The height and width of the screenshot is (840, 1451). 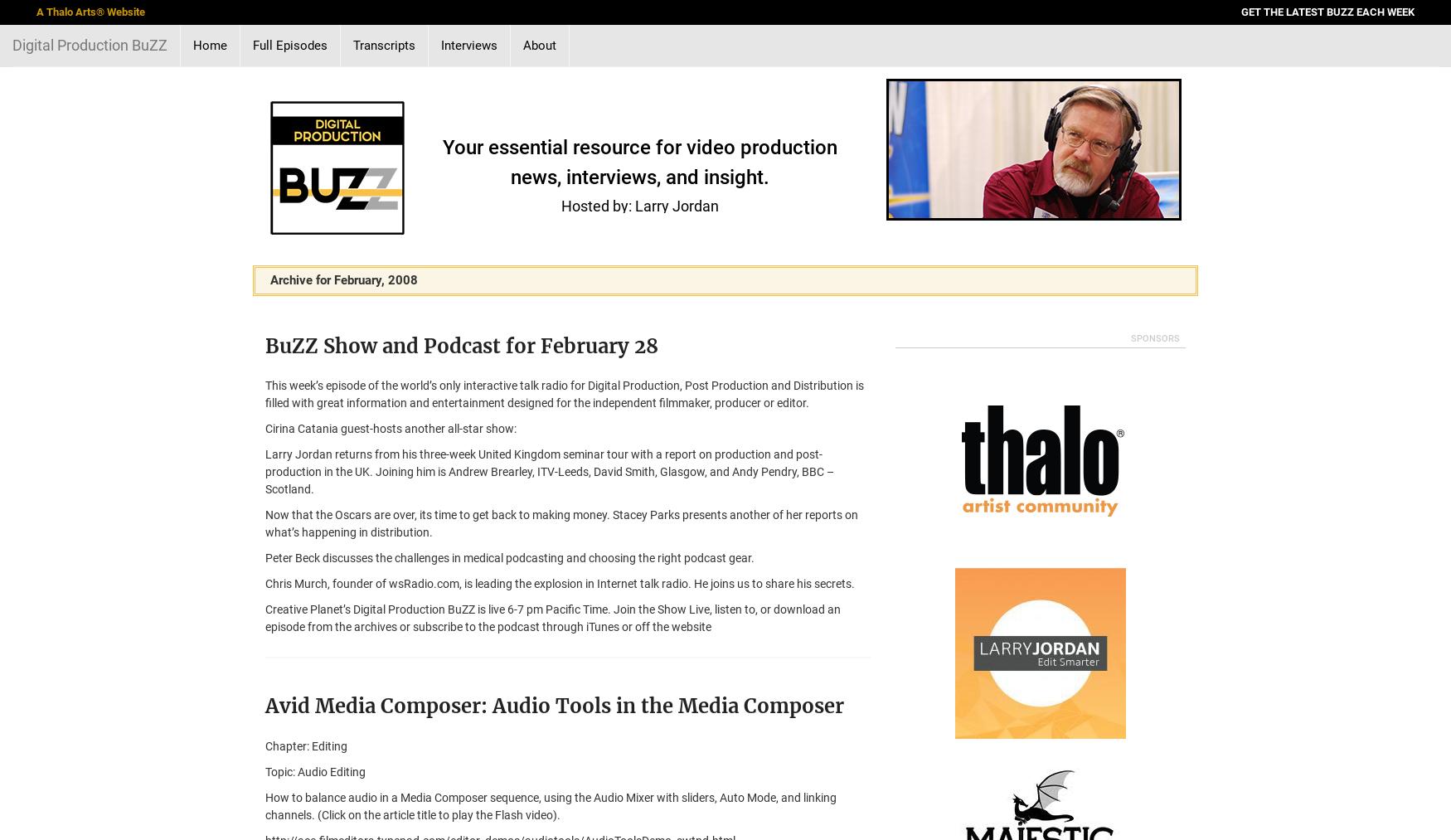 I want to click on 'Now that the Oscars are over, its time to get back to making money. Stacey Parks presents another of her reports on what’s happening in distribution.', so click(x=561, y=522).